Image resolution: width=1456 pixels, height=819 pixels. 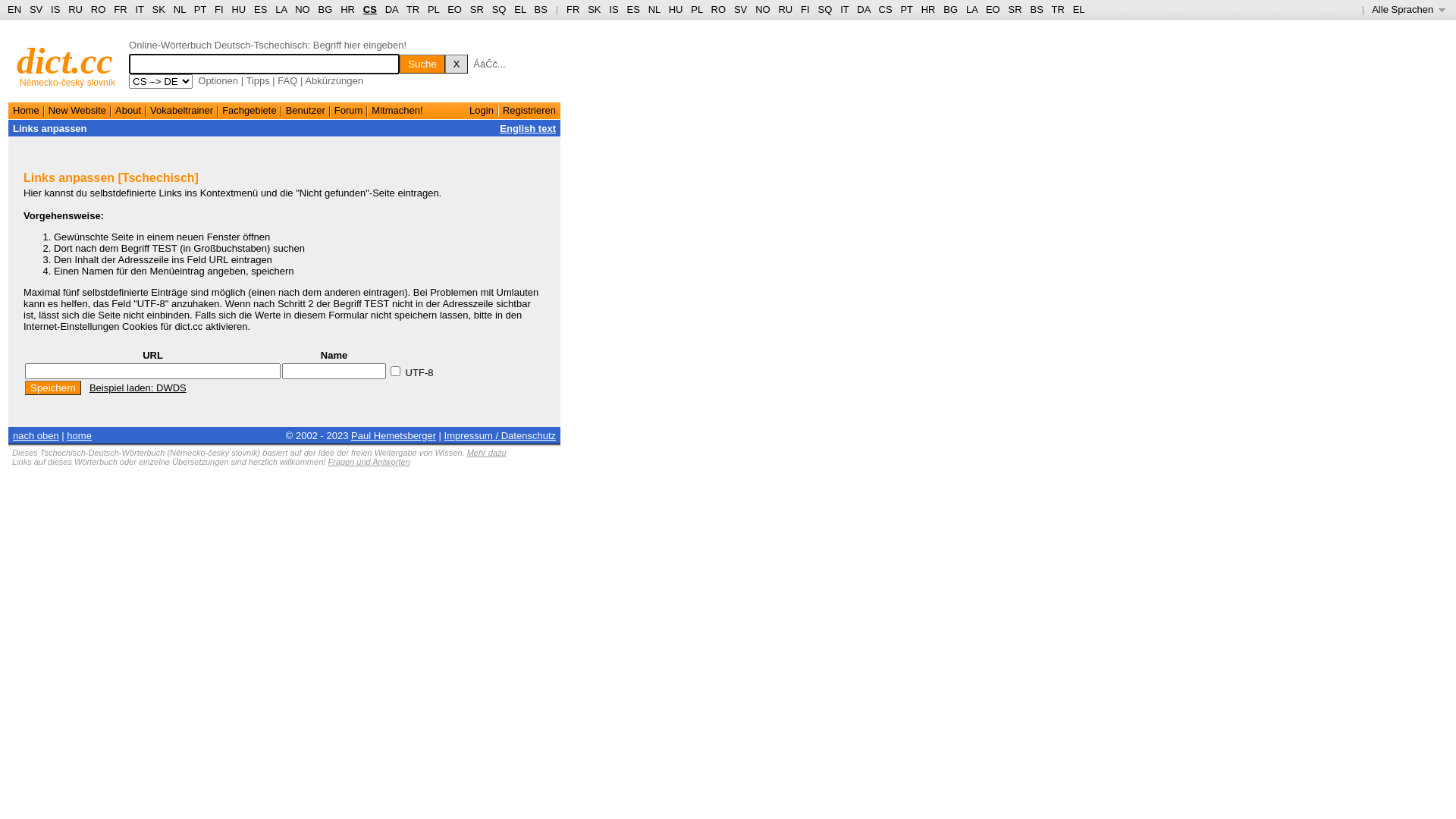 What do you see at coordinates (654, 9) in the screenshot?
I see `'NL'` at bounding box center [654, 9].